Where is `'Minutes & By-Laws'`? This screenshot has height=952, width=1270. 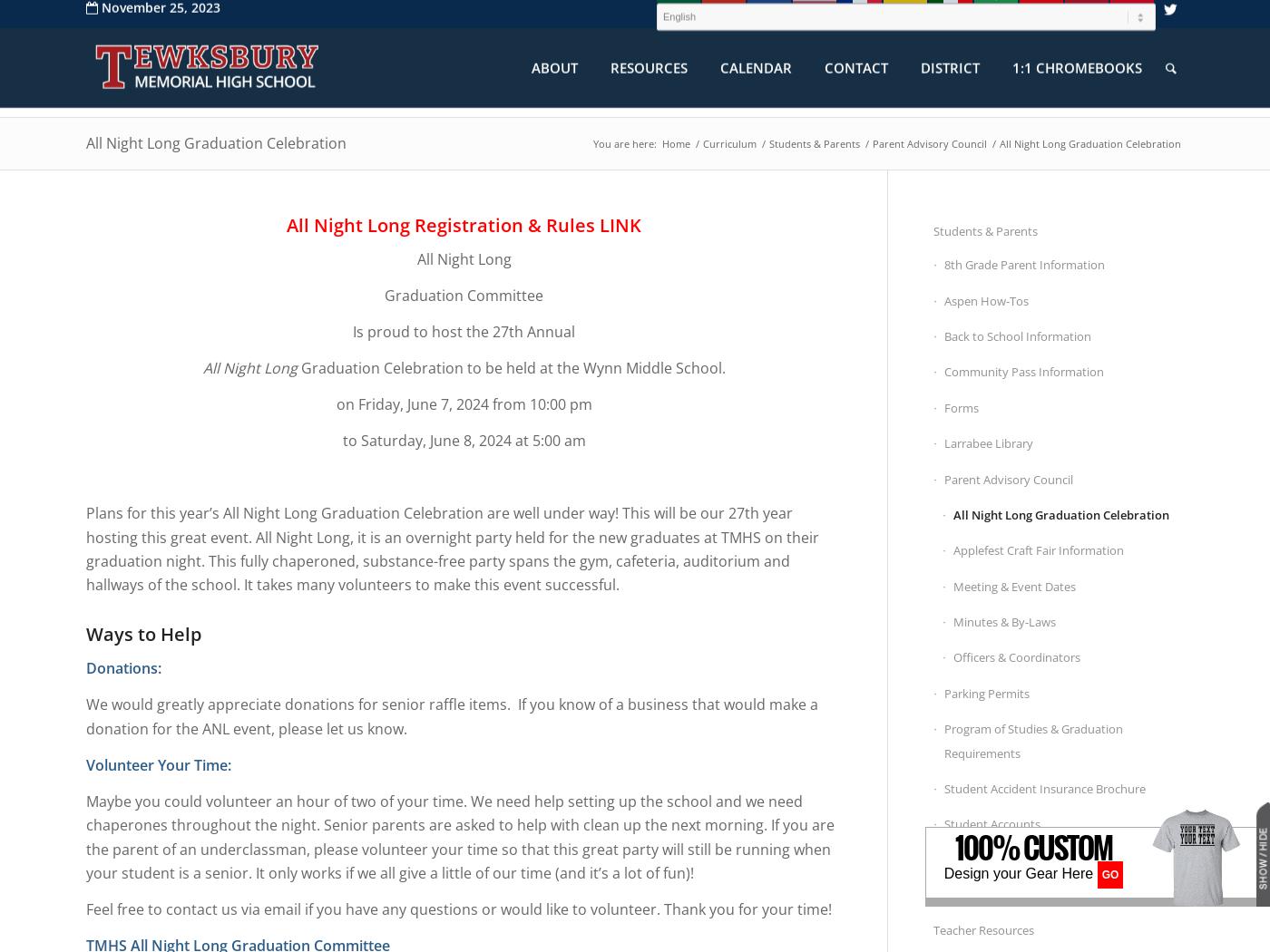 'Minutes & By-Laws' is located at coordinates (952, 621).